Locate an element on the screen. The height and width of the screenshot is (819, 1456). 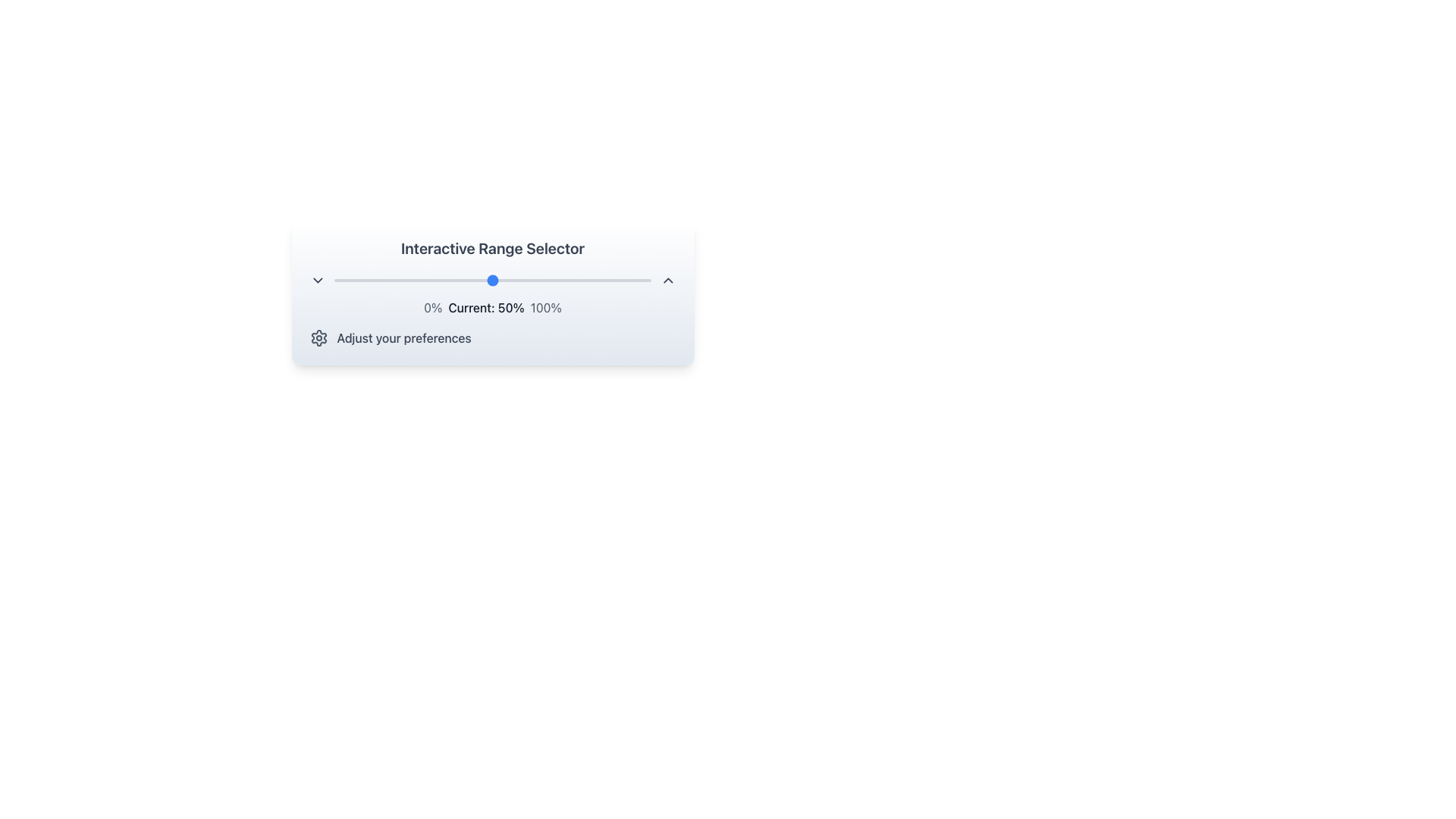
the slider value is located at coordinates (645, 281).